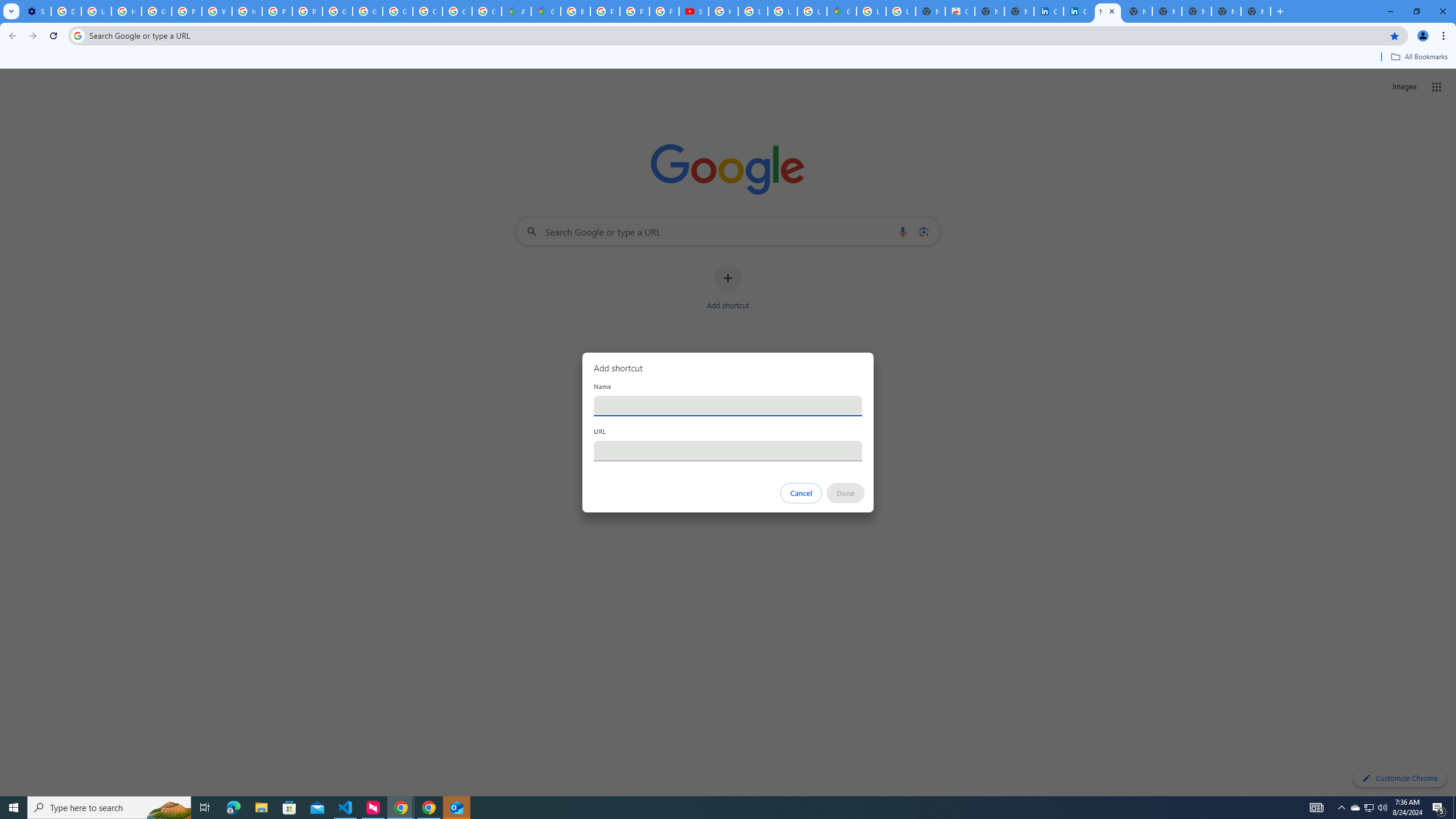 This screenshot has width=1456, height=819. I want to click on 'Blogger Policies and Guidelines - Transparency Center', so click(575, 11).